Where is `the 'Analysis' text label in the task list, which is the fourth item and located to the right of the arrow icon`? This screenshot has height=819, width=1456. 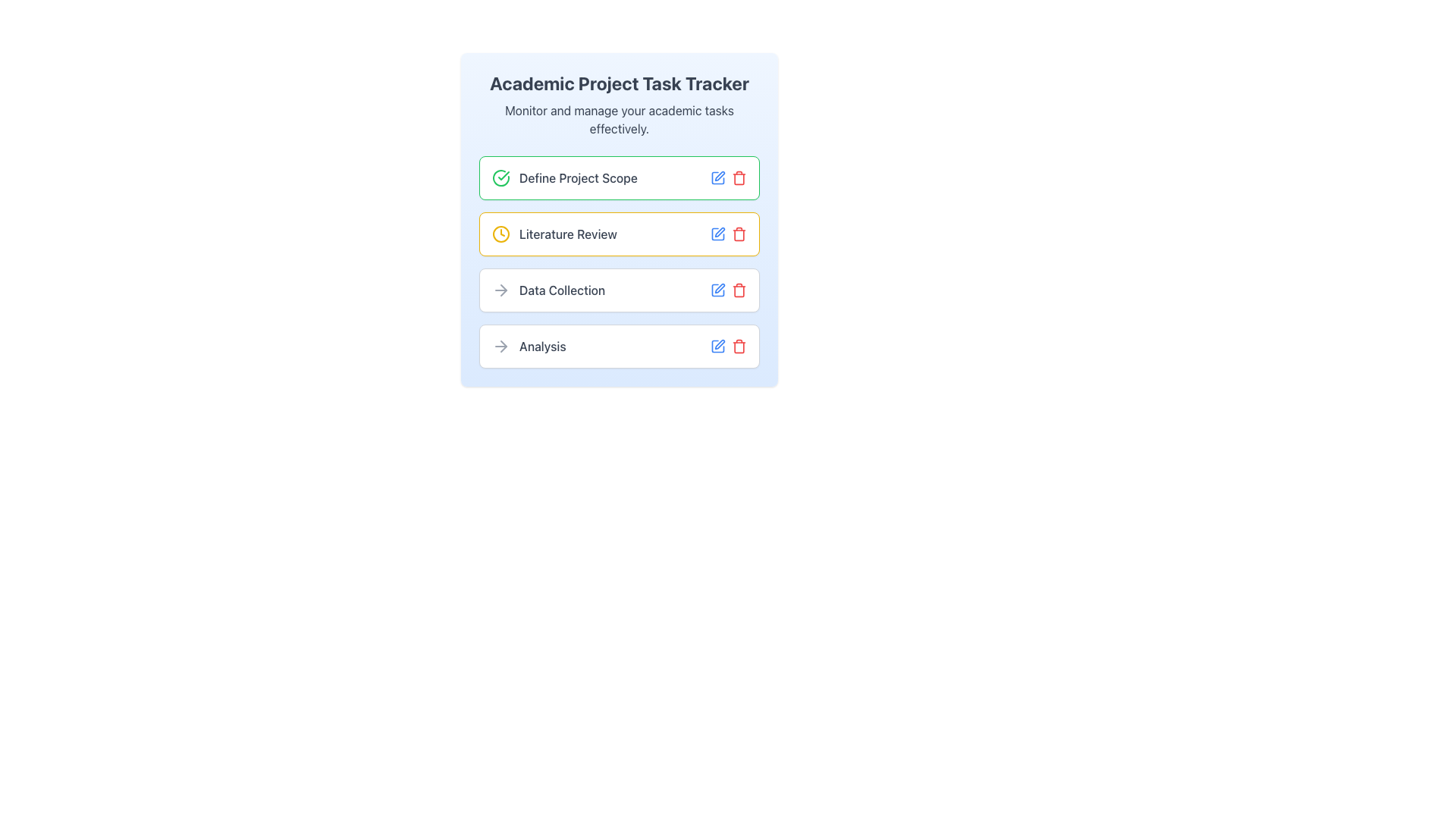 the 'Analysis' text label in the task list, which is the fourth item and located to the right of the arrow icon is located at coordinates (542, 346).